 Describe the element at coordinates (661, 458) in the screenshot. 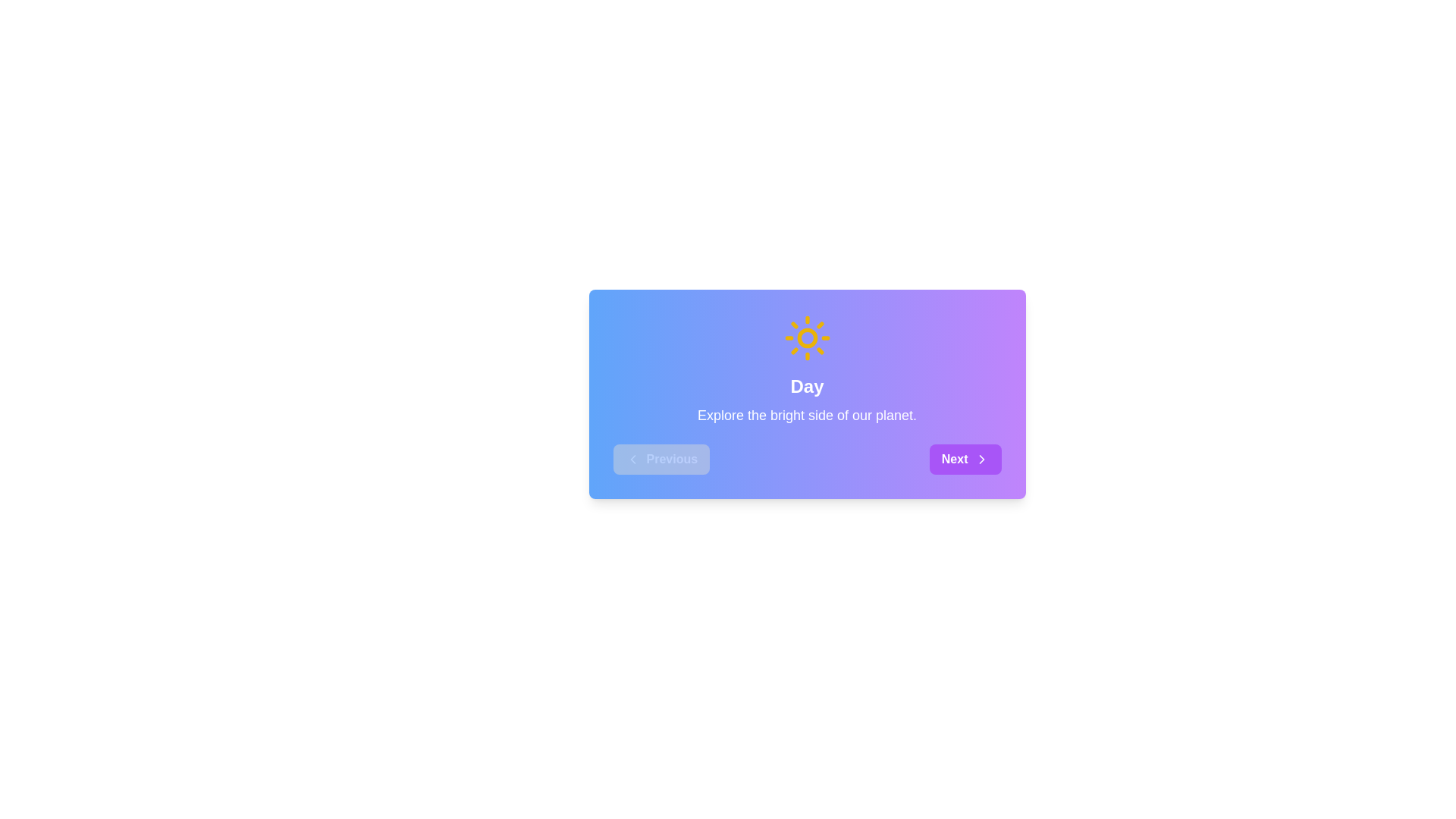

I see `the navigation button located on the left side of the button group, which precedes the 'Next' button` at that location.